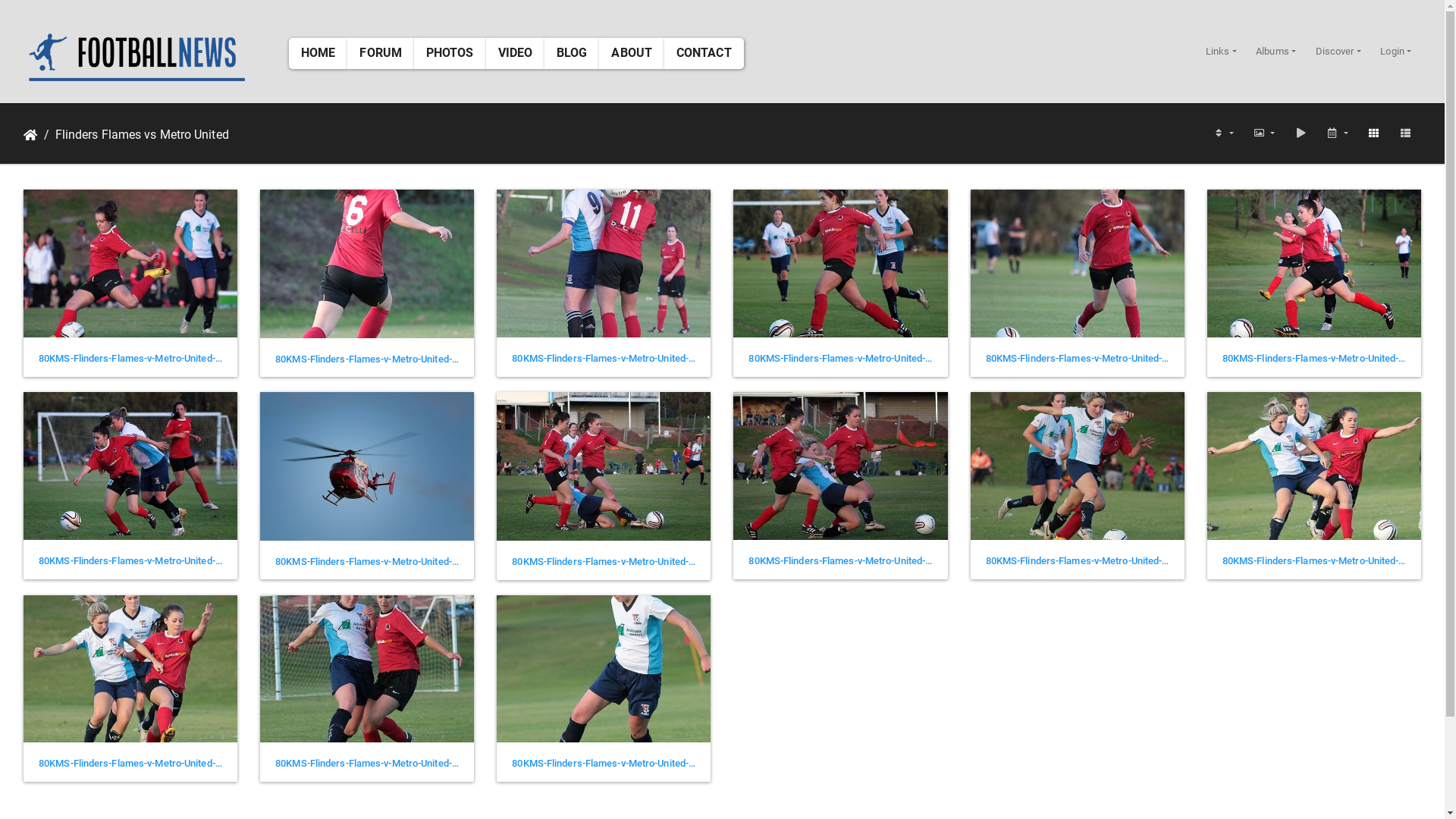 The image size is (1456, 819). Describe the element at coordinates (570, 52) in the screenshot. I see `'BLOG'` at that location.